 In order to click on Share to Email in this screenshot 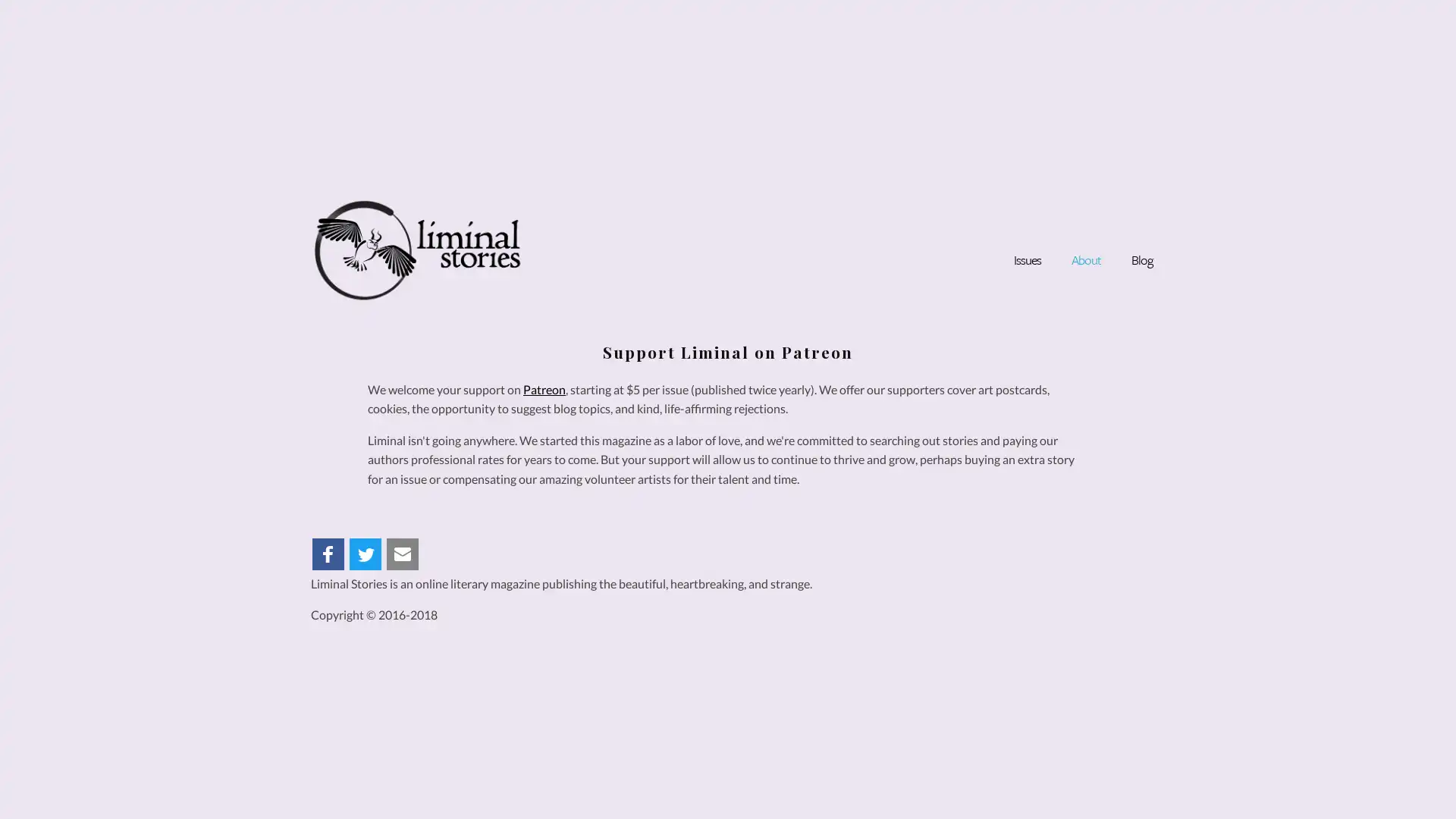, I will do `click(397, 553)`.